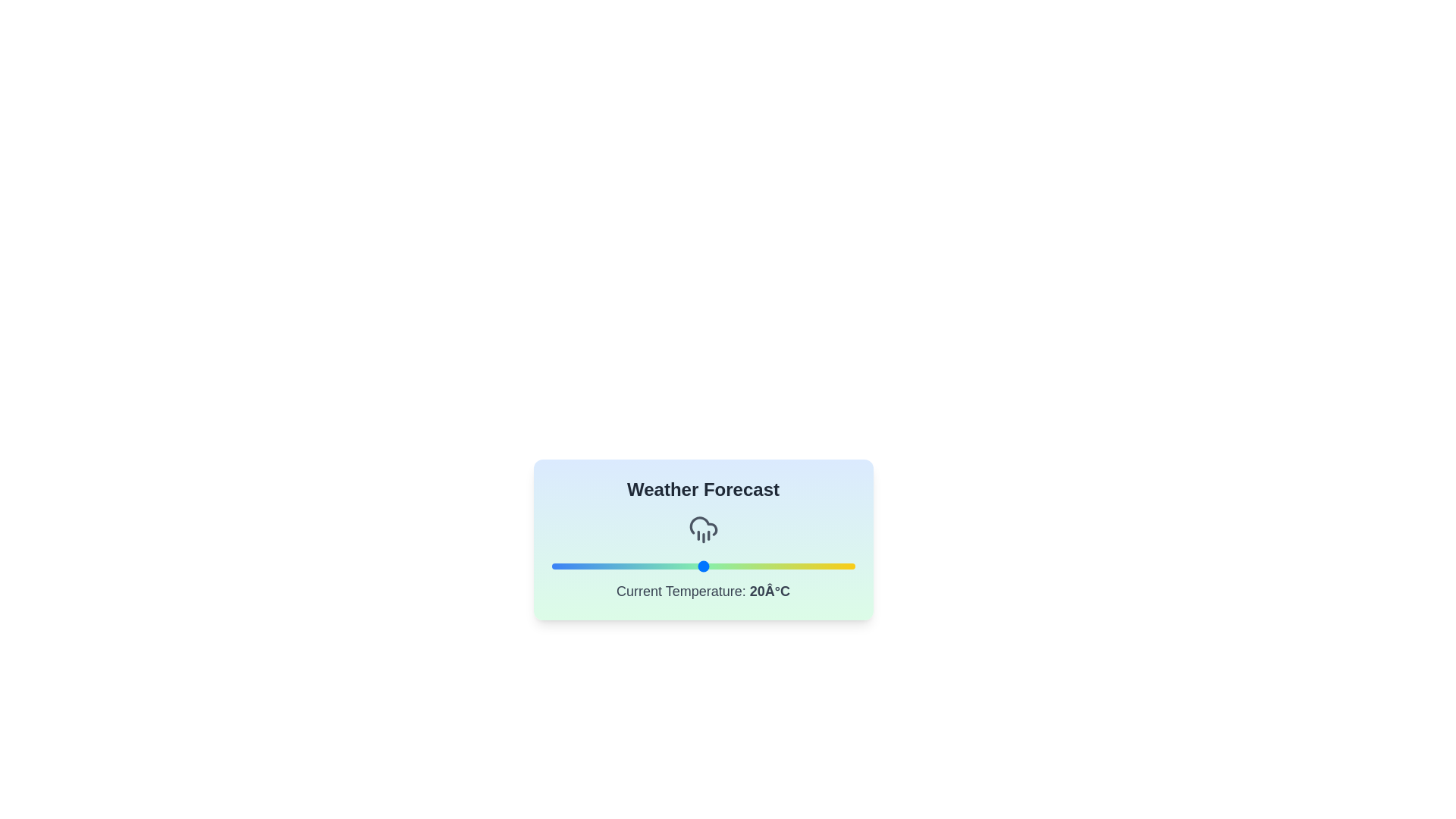  What do you see at coordinates (710, 566) in the screenshot?
I see `the temperature slider to 21°C` at bounding box center [710, 566].